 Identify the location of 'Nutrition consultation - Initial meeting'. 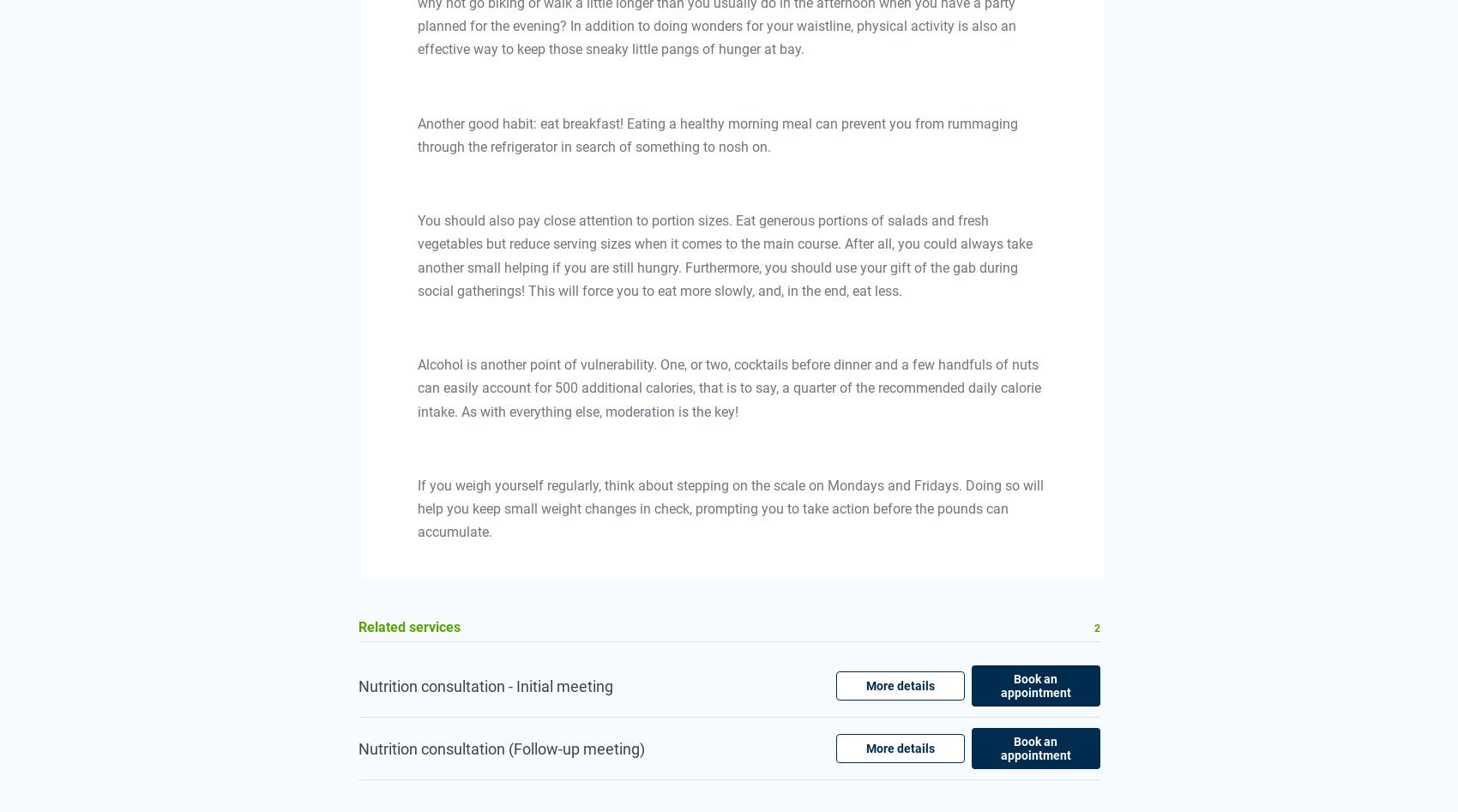
(484, 685).